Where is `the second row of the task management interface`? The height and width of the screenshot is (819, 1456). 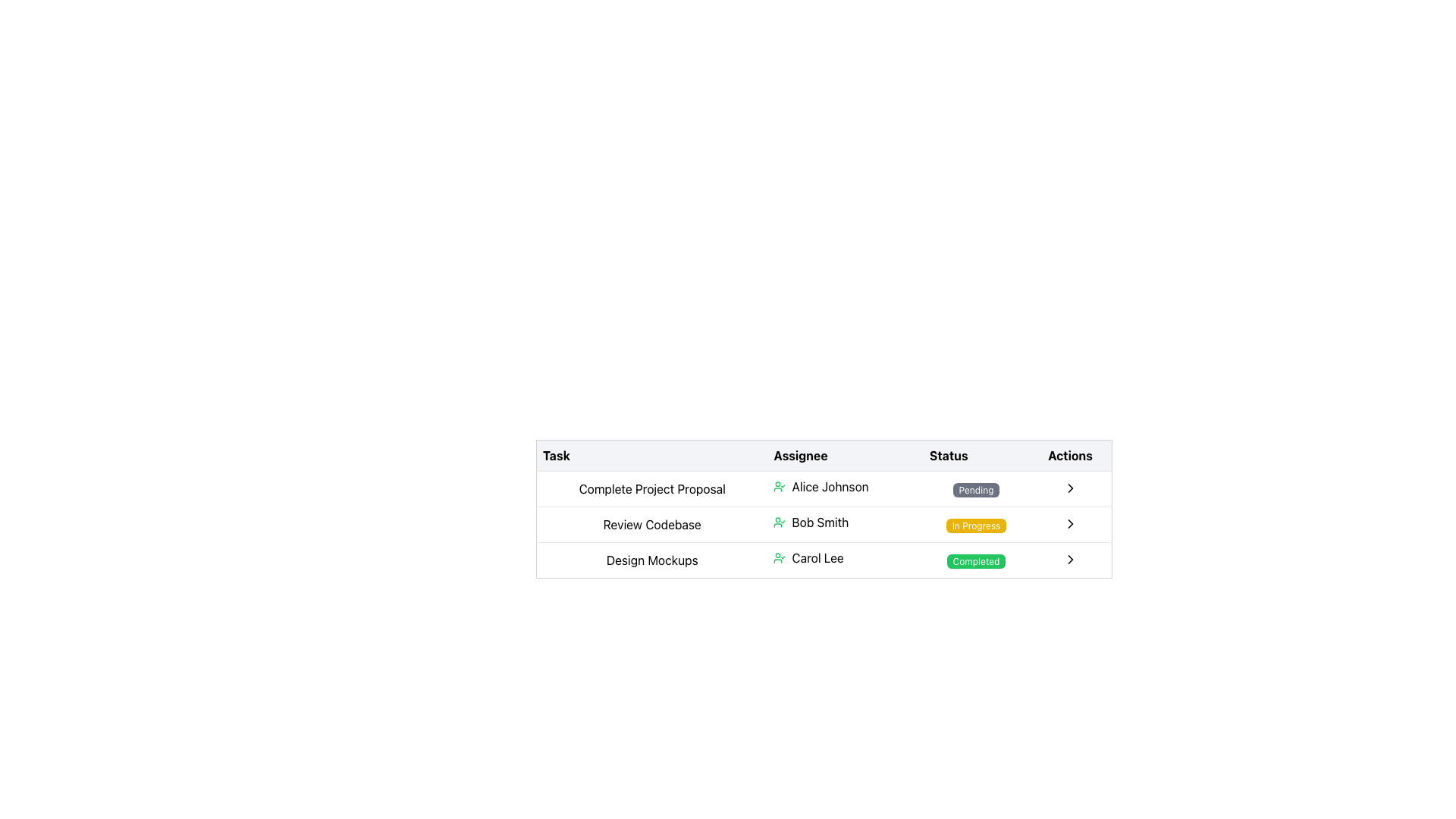 the second row of the task management interface is located at coordinates (823, 523).